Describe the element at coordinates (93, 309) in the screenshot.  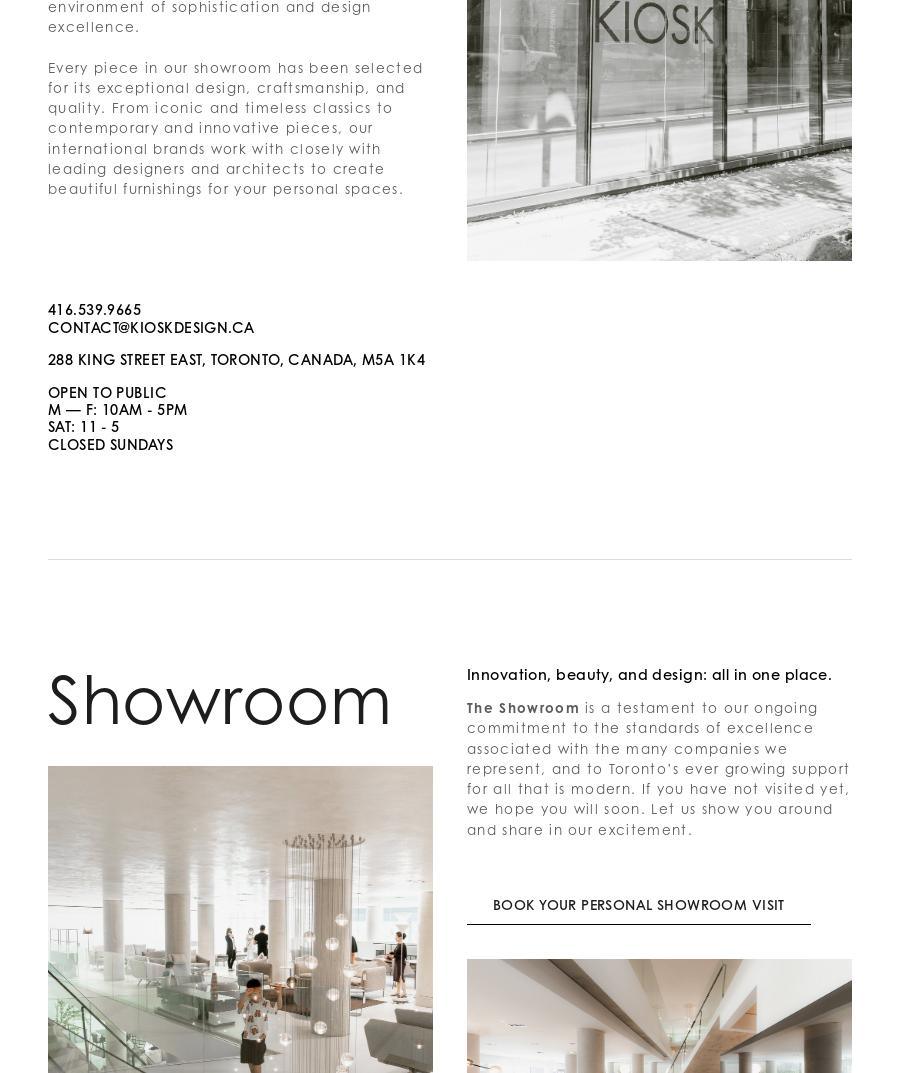
I see `'416.539.9665'` at that location.